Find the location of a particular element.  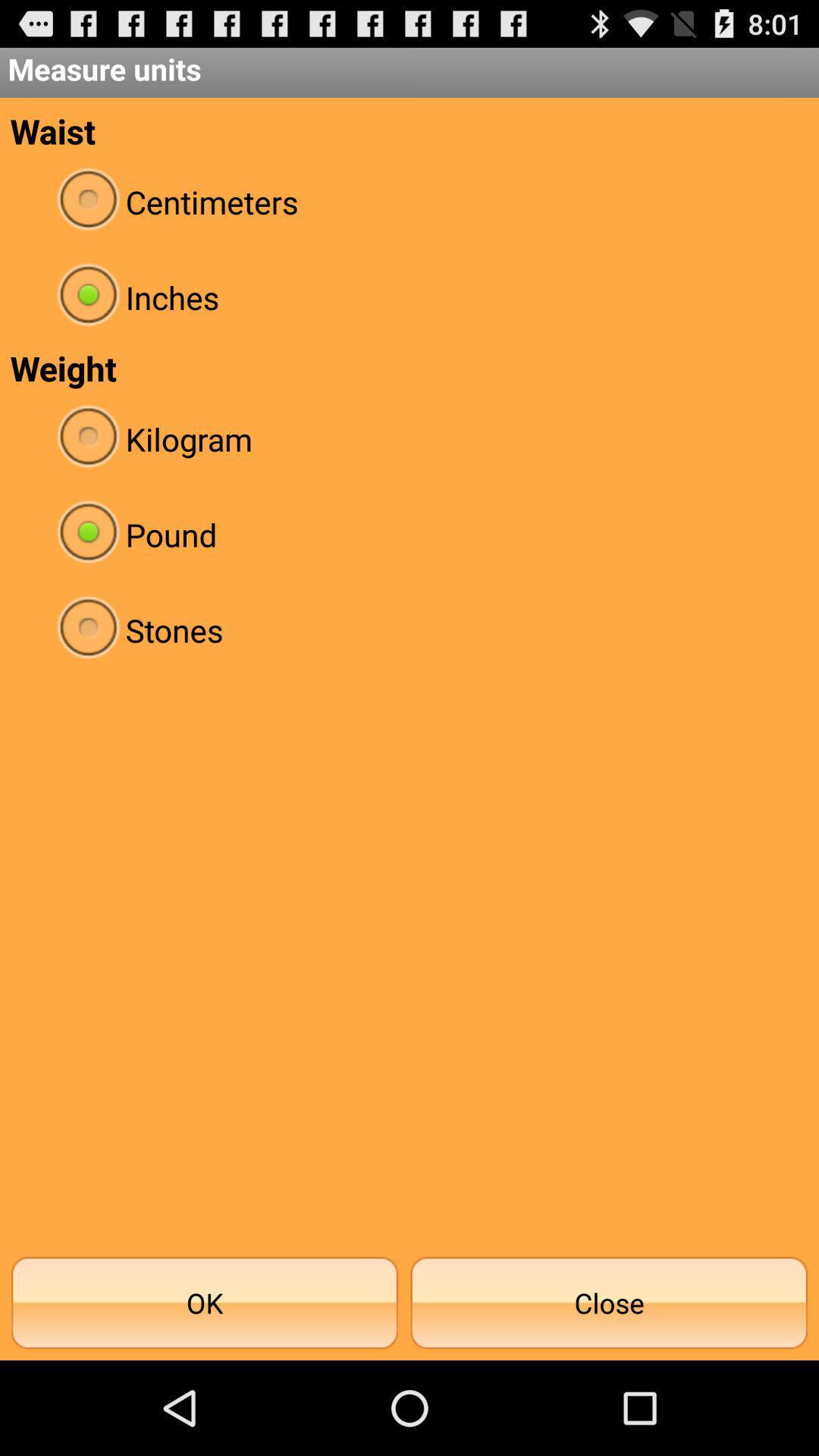

stones icon is located at coordinates (409, 629).